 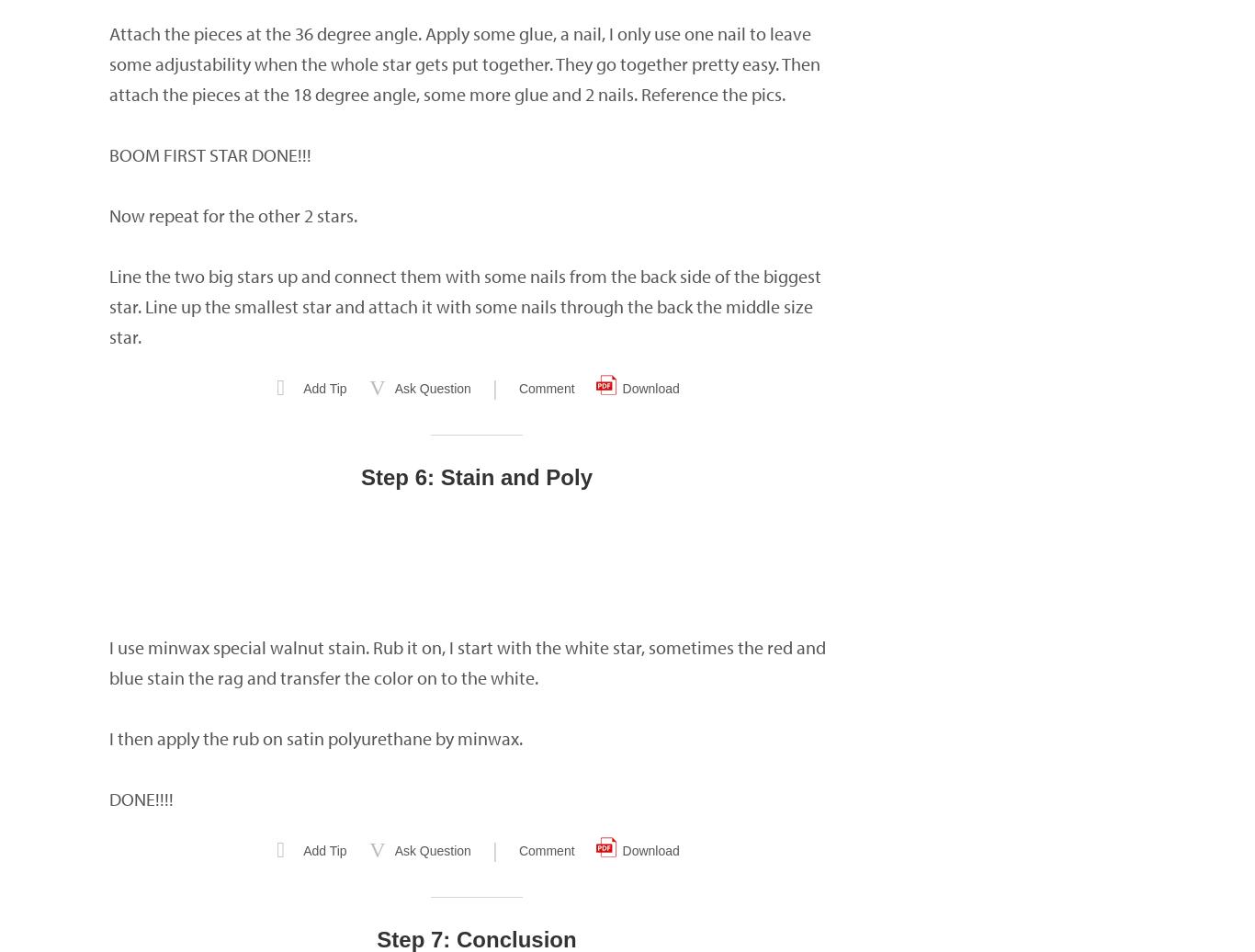 What do you see at coordinates (107, 154) in the screenshot?
I see `'BOOM FIRST STAR DONE!!!'` at bounding box center [107, 154].